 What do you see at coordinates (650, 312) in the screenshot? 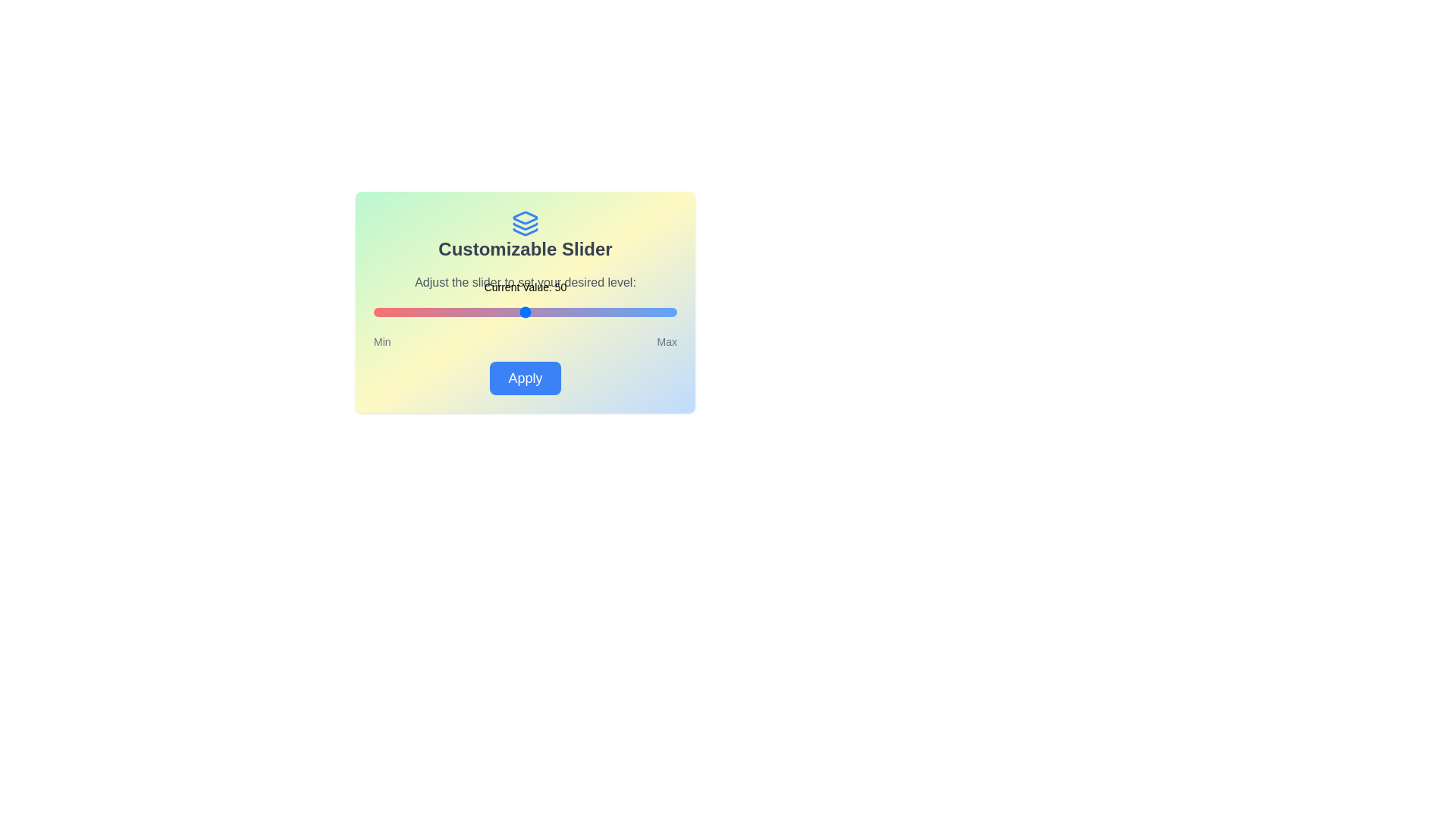
I see `the slider to set its value to 91` at bounding box center [650, 312].